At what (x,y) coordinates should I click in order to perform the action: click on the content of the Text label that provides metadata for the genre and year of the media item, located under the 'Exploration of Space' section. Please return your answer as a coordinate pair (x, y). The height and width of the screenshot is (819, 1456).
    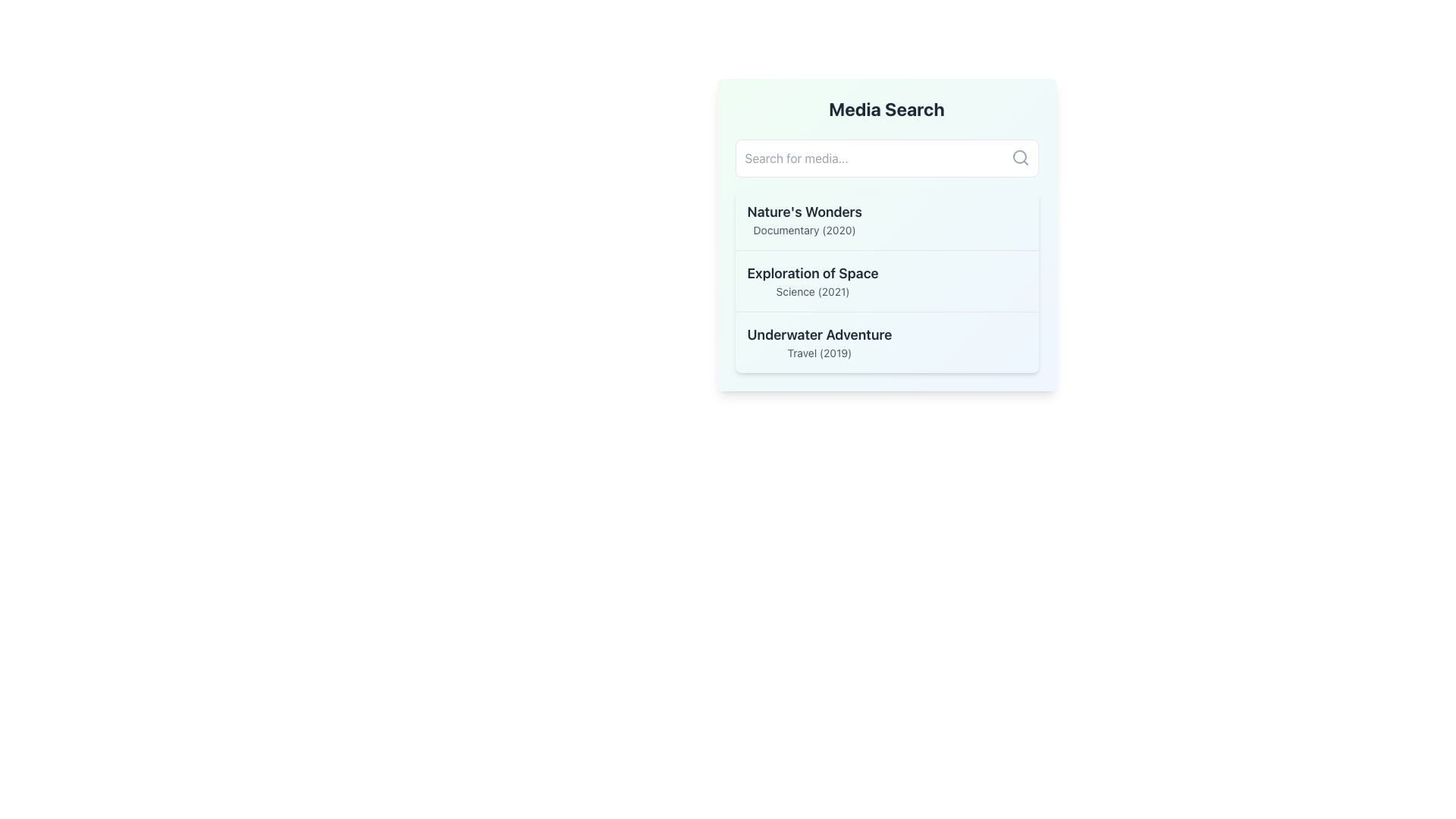
    Looking at the image, I should click on (812, 292).